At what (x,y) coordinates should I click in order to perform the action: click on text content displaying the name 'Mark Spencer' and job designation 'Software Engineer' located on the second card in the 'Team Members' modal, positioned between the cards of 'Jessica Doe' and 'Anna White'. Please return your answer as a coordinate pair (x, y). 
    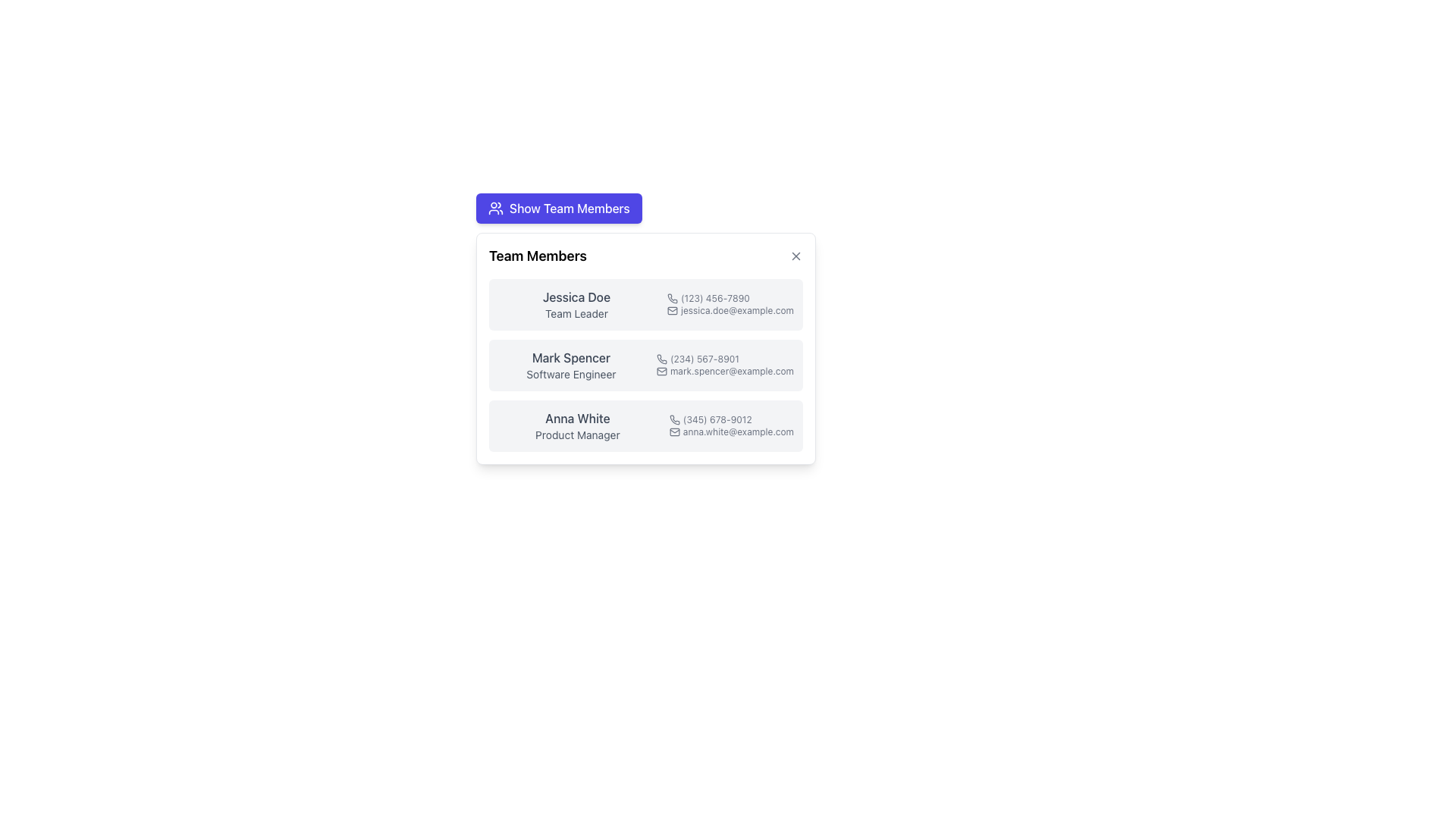
    Looking at the image, I should click on (570, 366).